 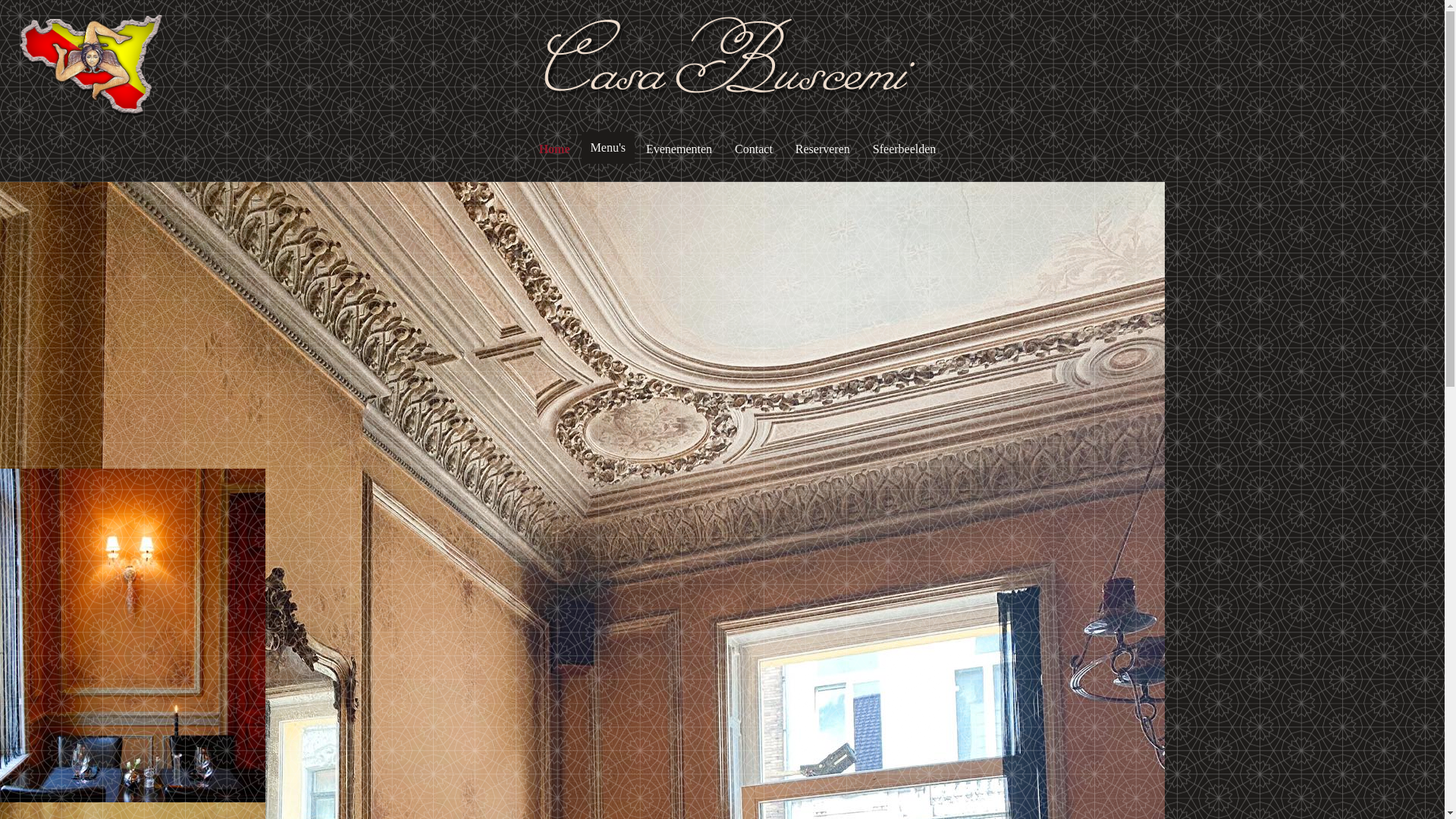 I want to click on 'Menu's', so click(x=607, y=148).